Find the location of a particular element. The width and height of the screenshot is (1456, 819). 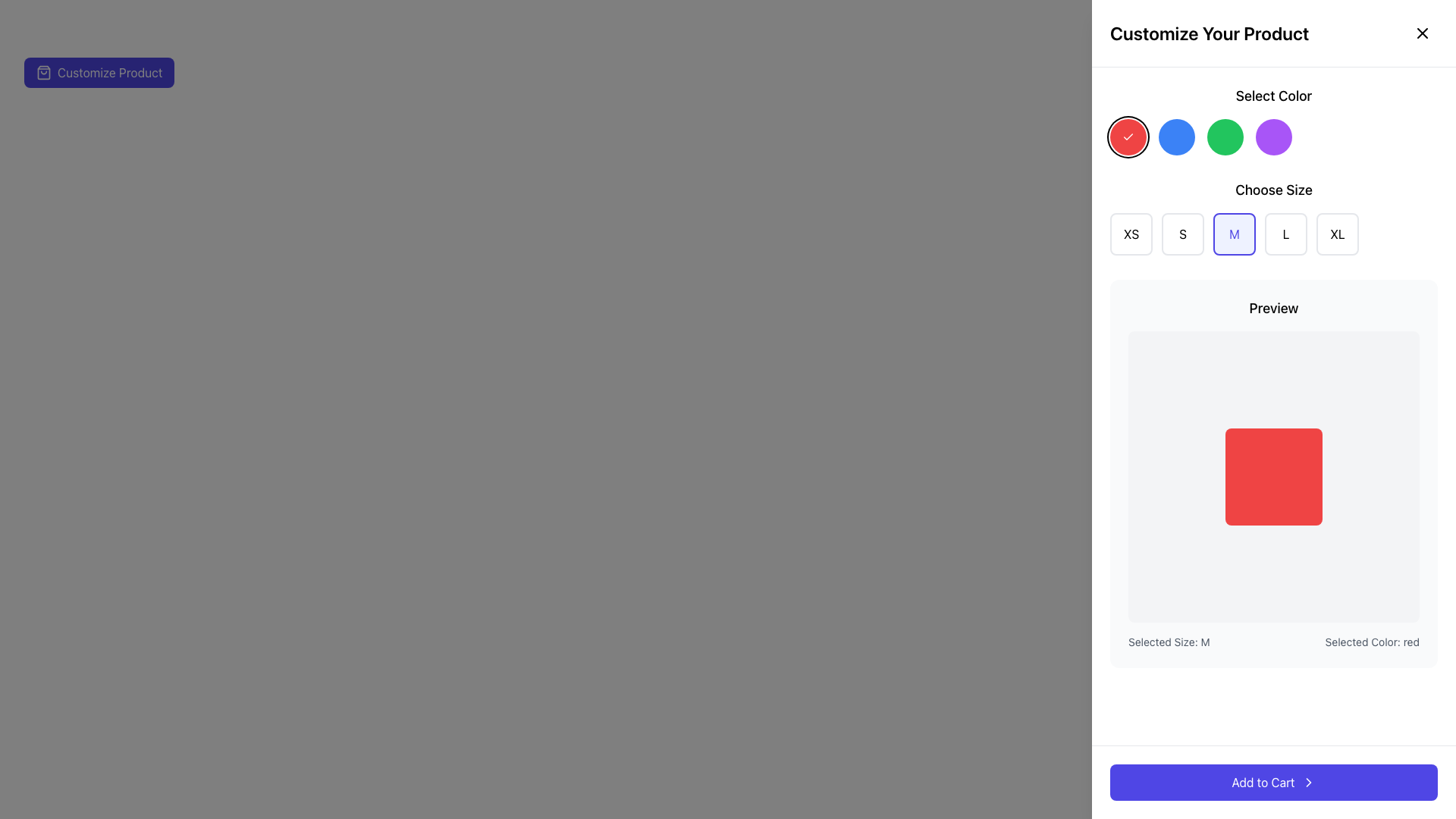

the icon located to the right of the 'Add to Cart' button is located at coordinates (1307, 783).